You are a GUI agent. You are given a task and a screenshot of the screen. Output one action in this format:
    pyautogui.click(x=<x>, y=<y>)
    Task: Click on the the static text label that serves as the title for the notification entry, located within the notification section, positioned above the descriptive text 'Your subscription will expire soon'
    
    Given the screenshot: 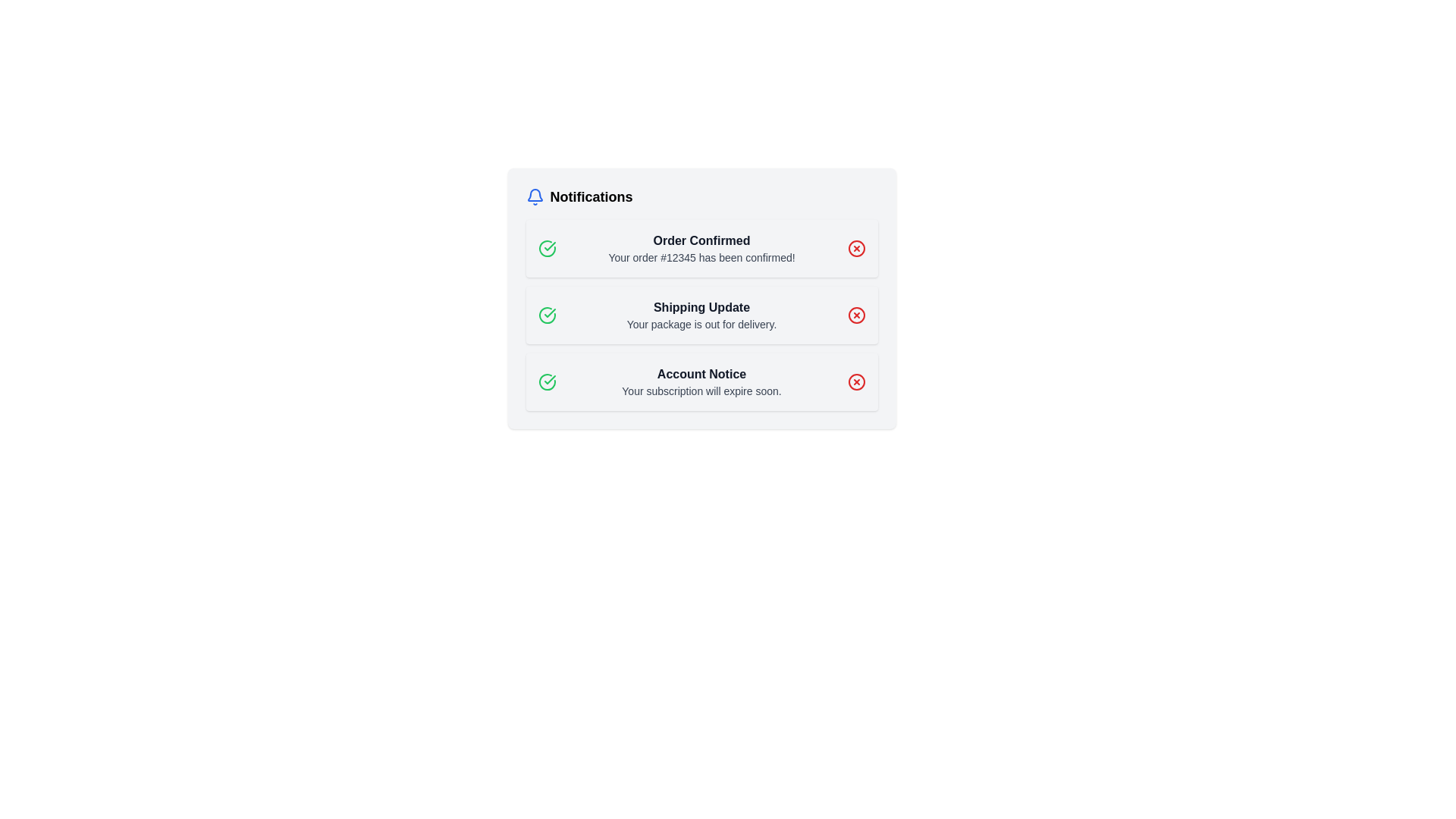 What is the action you would take?
    pyautogui.click(x=701, y=374)
    